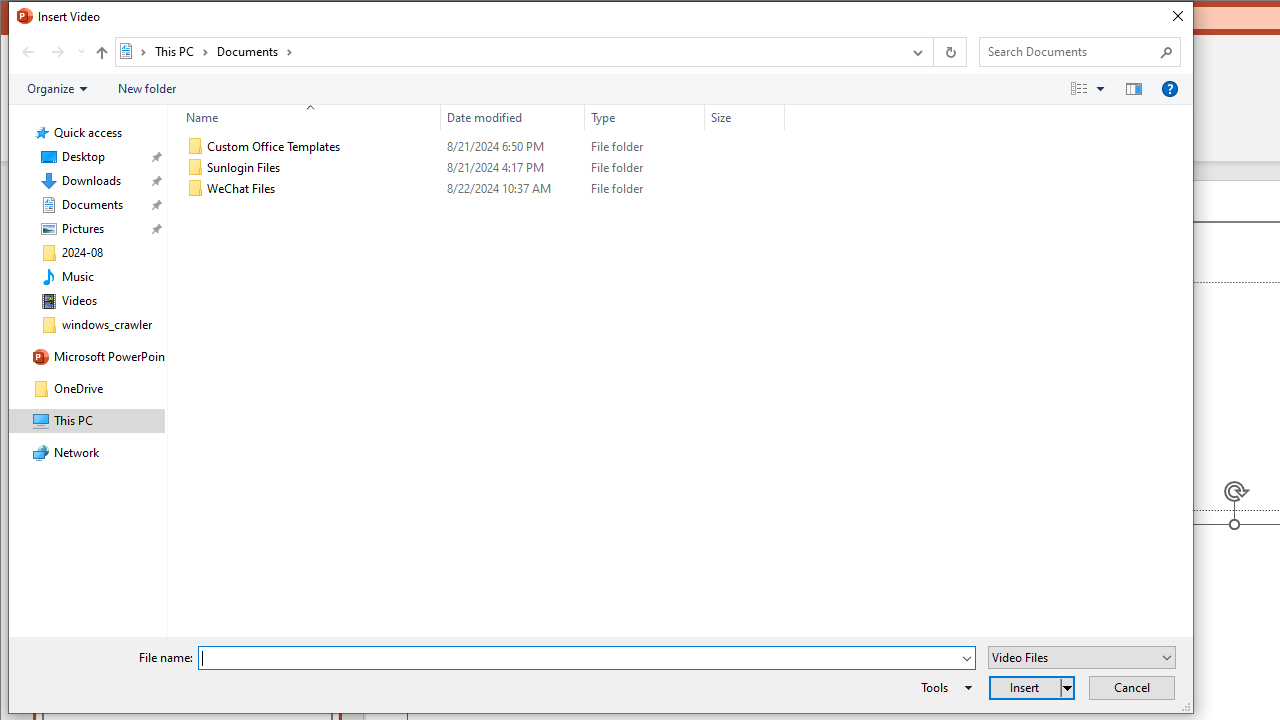 Image resolution: width=1280 pixels, height=720 pixels. Describe the element at coordinates (743, 117) in the screenshot. I see `'Size'` at that location.